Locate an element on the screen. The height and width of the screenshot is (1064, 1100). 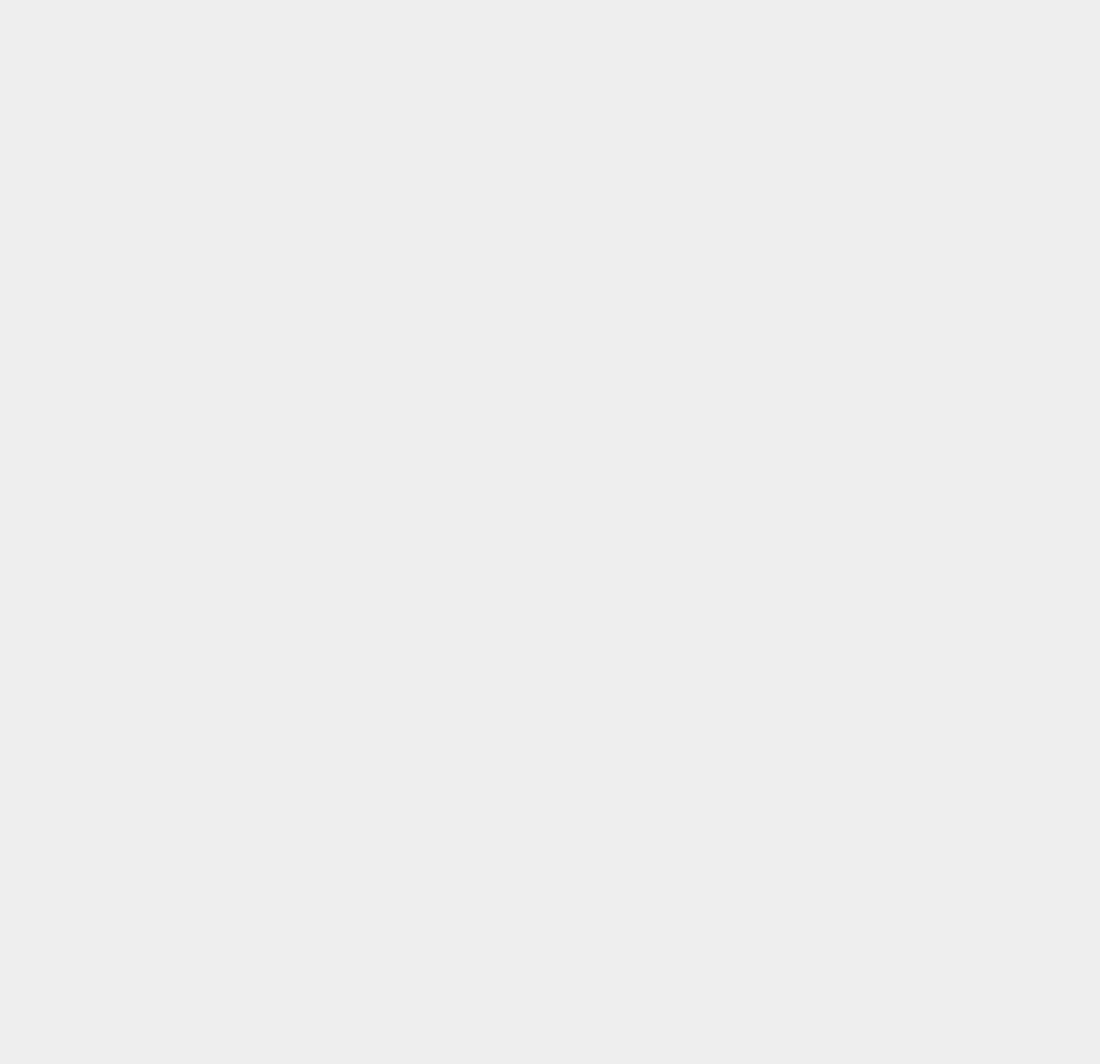
'1' is located at coordinates (204, 545).